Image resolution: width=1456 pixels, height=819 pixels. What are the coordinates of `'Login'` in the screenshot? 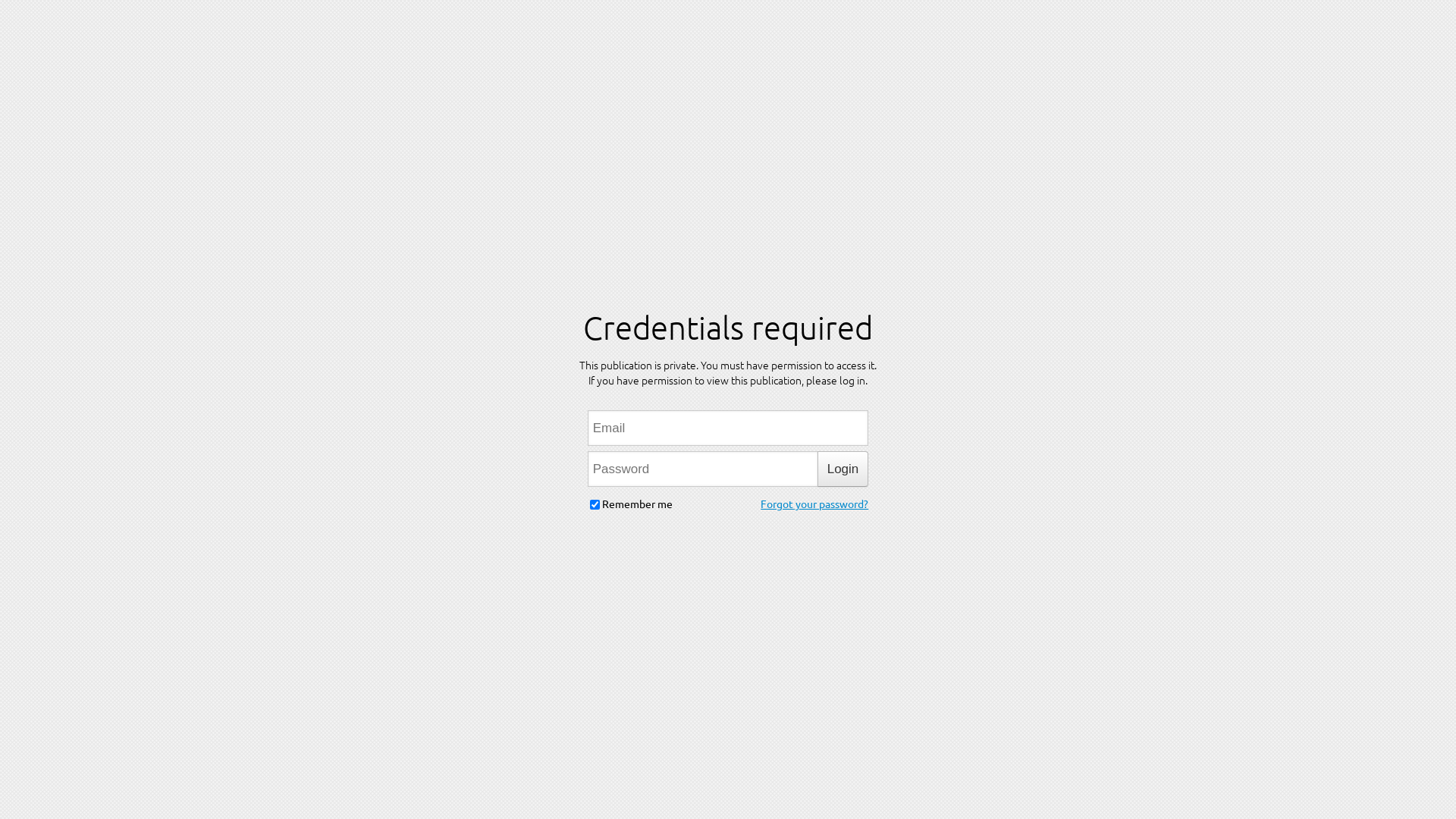 It's located at (843, 468).